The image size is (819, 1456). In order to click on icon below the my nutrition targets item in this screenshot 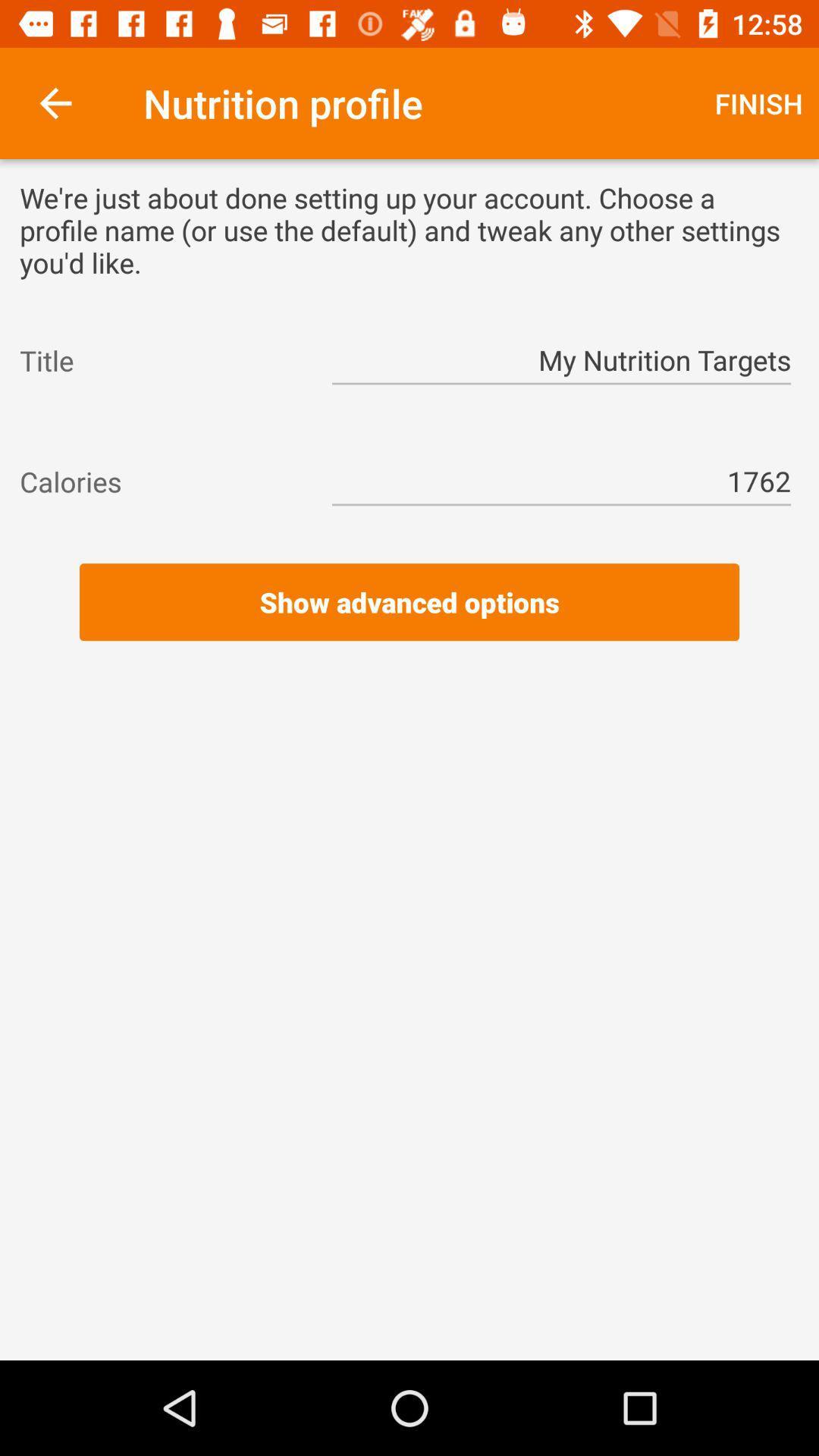, I will do `click(409, 421)`.